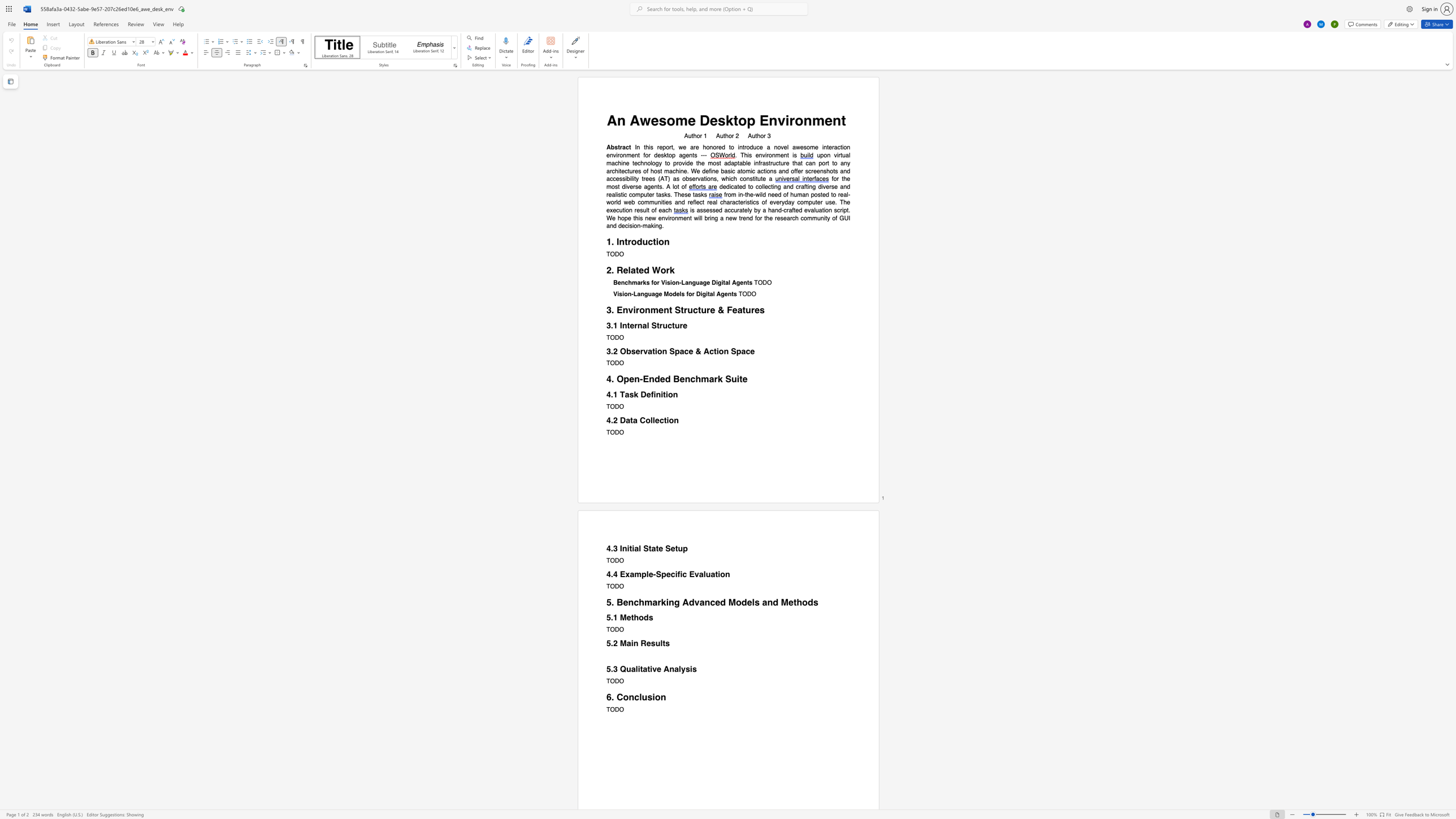 The height and width of the screenshot is (819, 1456). What do you see at coordinates (674, 186) in the screenshot?
I see `the space between the continuous character "l" and "o" in the text` at bounding box center [674, 186].